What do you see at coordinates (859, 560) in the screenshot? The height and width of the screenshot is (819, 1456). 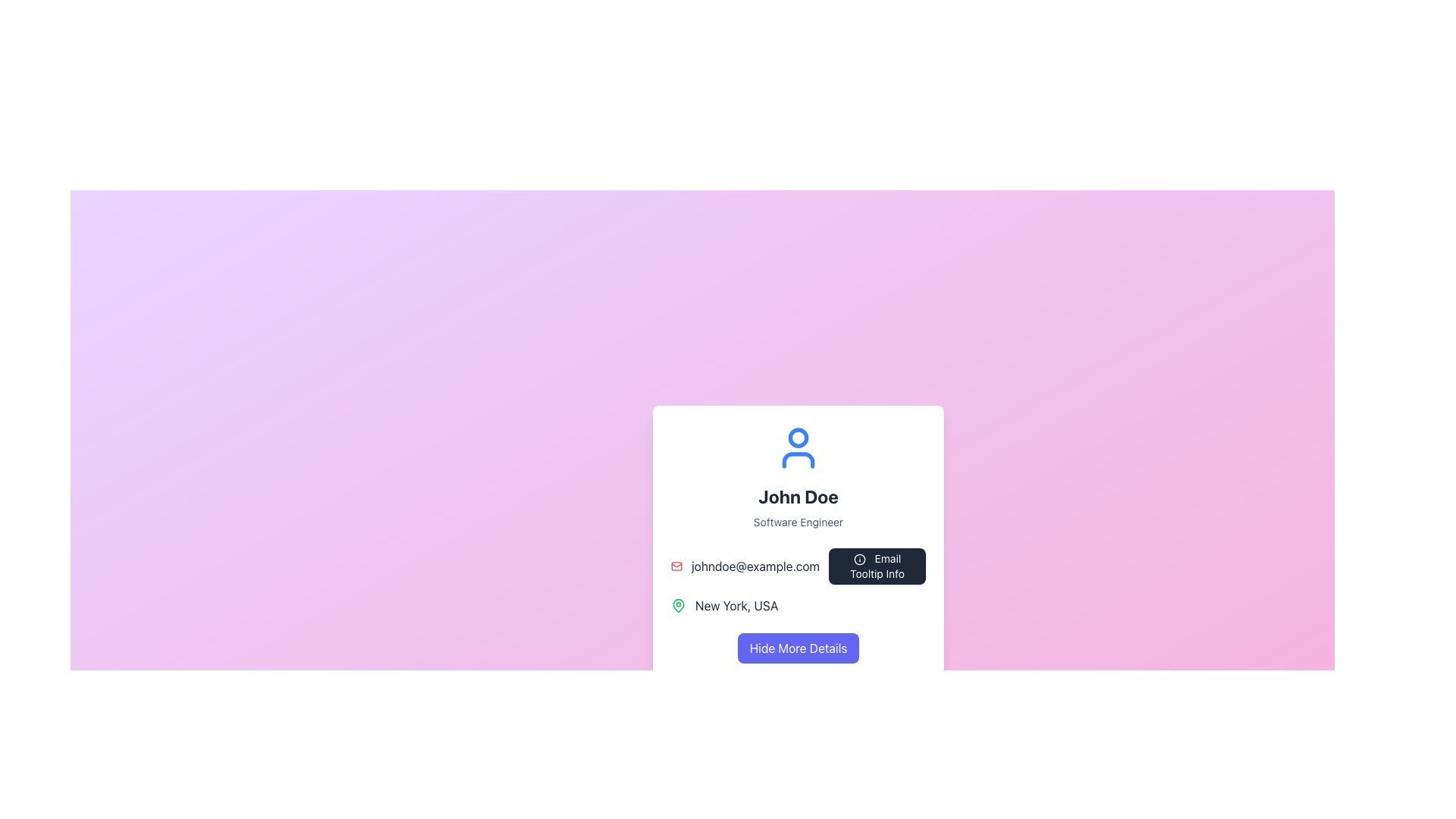 I see `the SVG Circle Element styled as a Lucide Info icon, positioned to the right of the 'Email Tooltip Info' text` at bounding box center [859, 560].